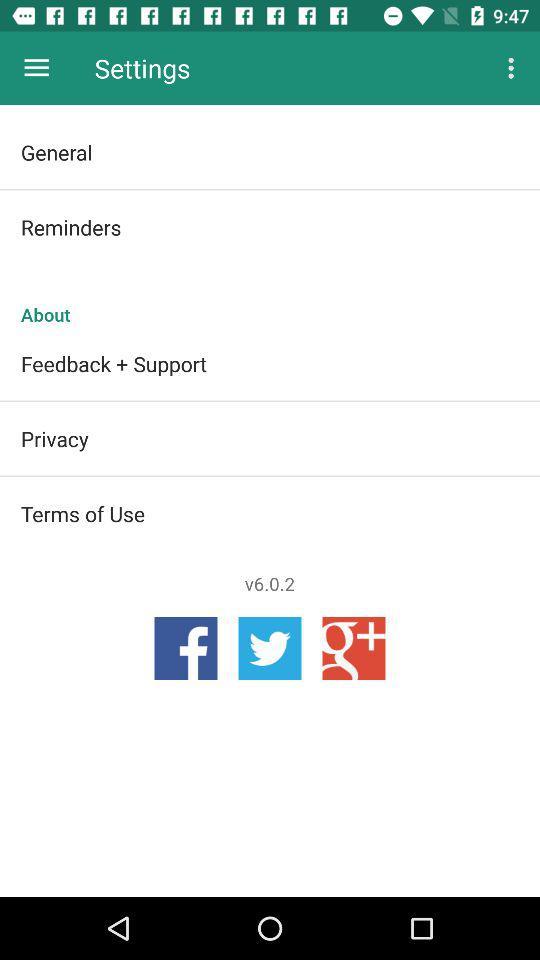 This screenshot has height=960, width=540. I want to click on reminders icon, so click(270, 227).